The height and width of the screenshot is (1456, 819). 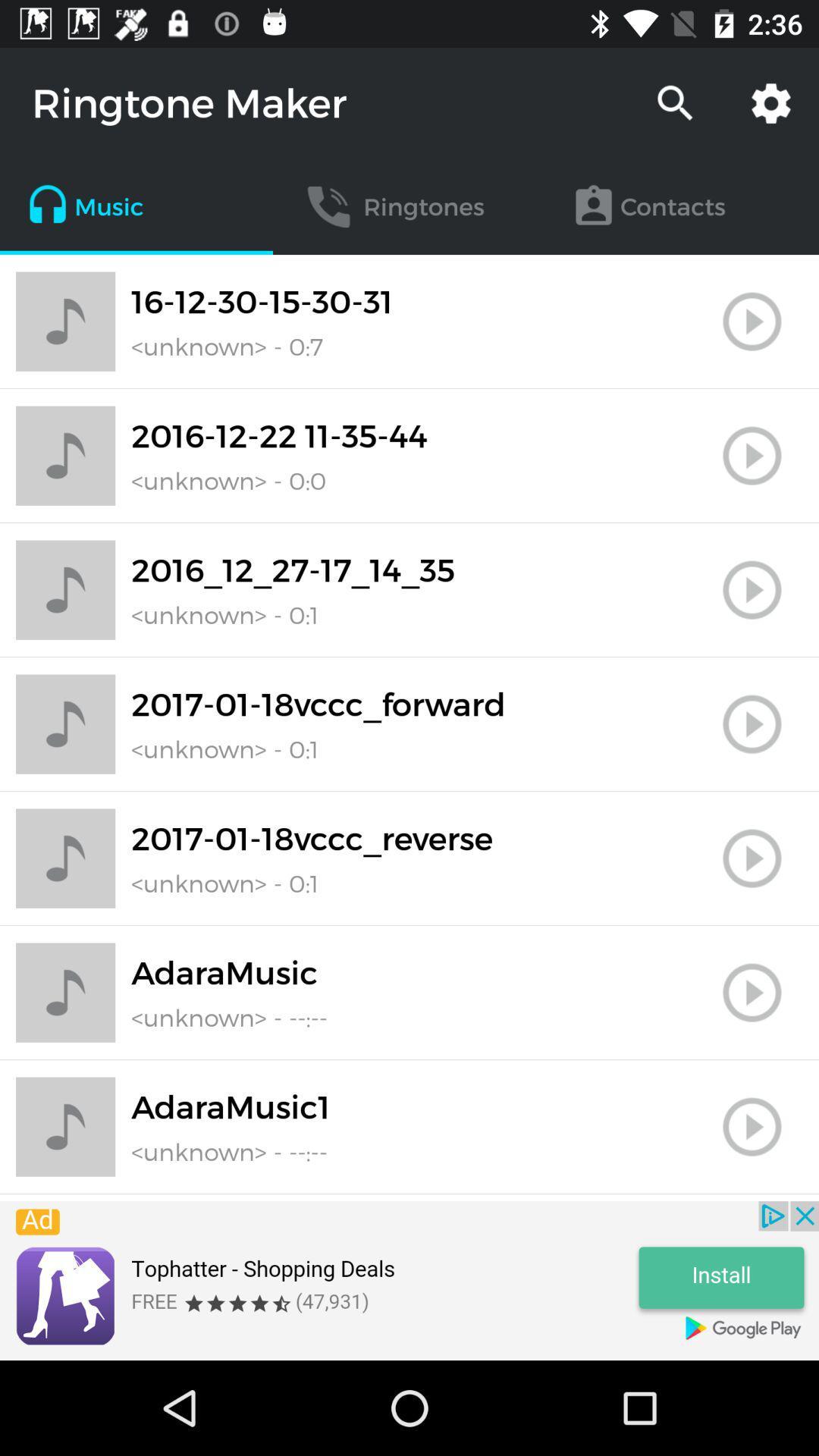 I want to click on play, so click(x=752, y=455).